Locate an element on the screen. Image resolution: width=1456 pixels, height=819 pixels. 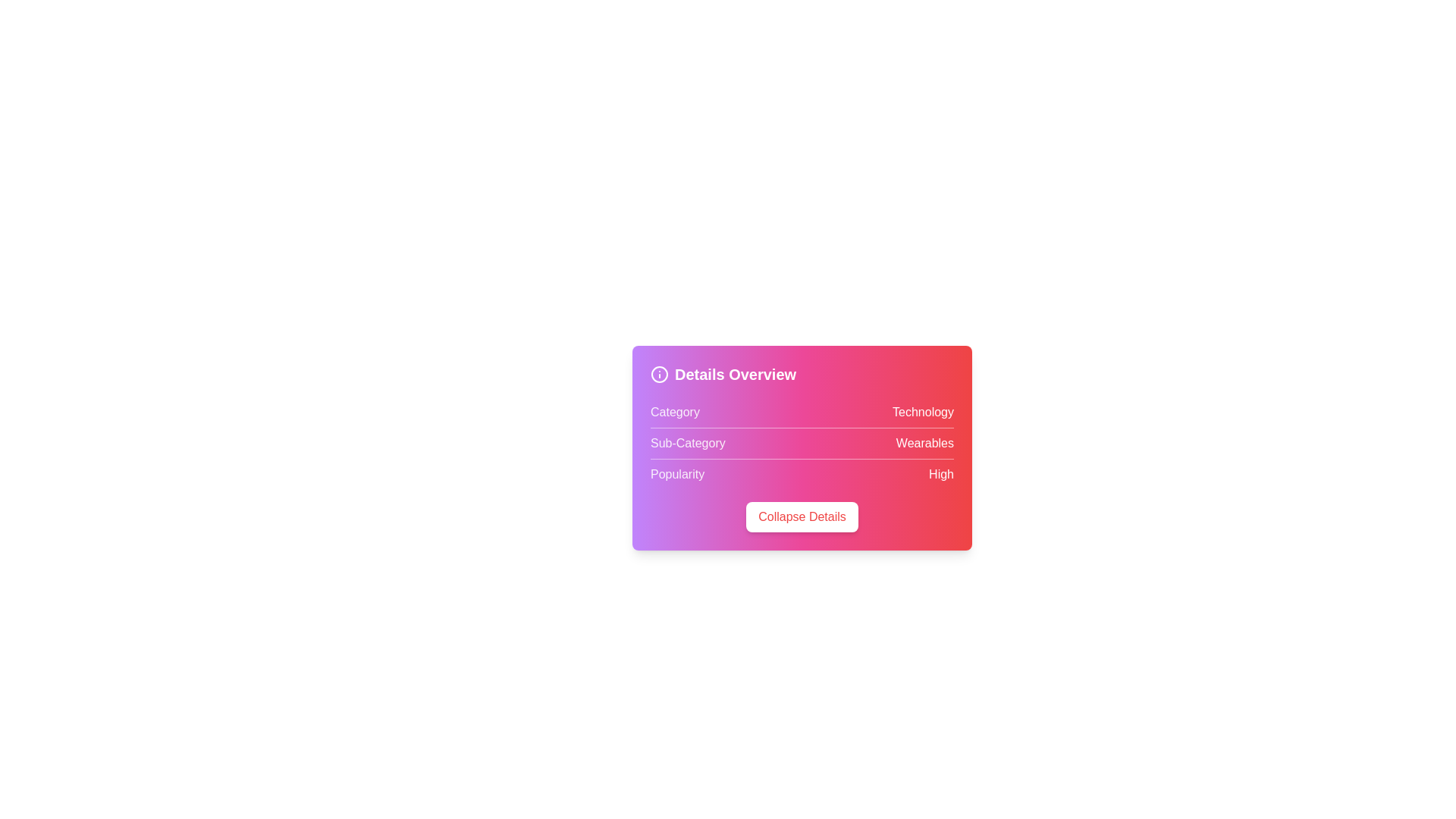
the Static Text Label that signifies the context for the information provided adjacent to the 'High' text element, located in the lower section of the card layout is located at coordinates (676, 473).